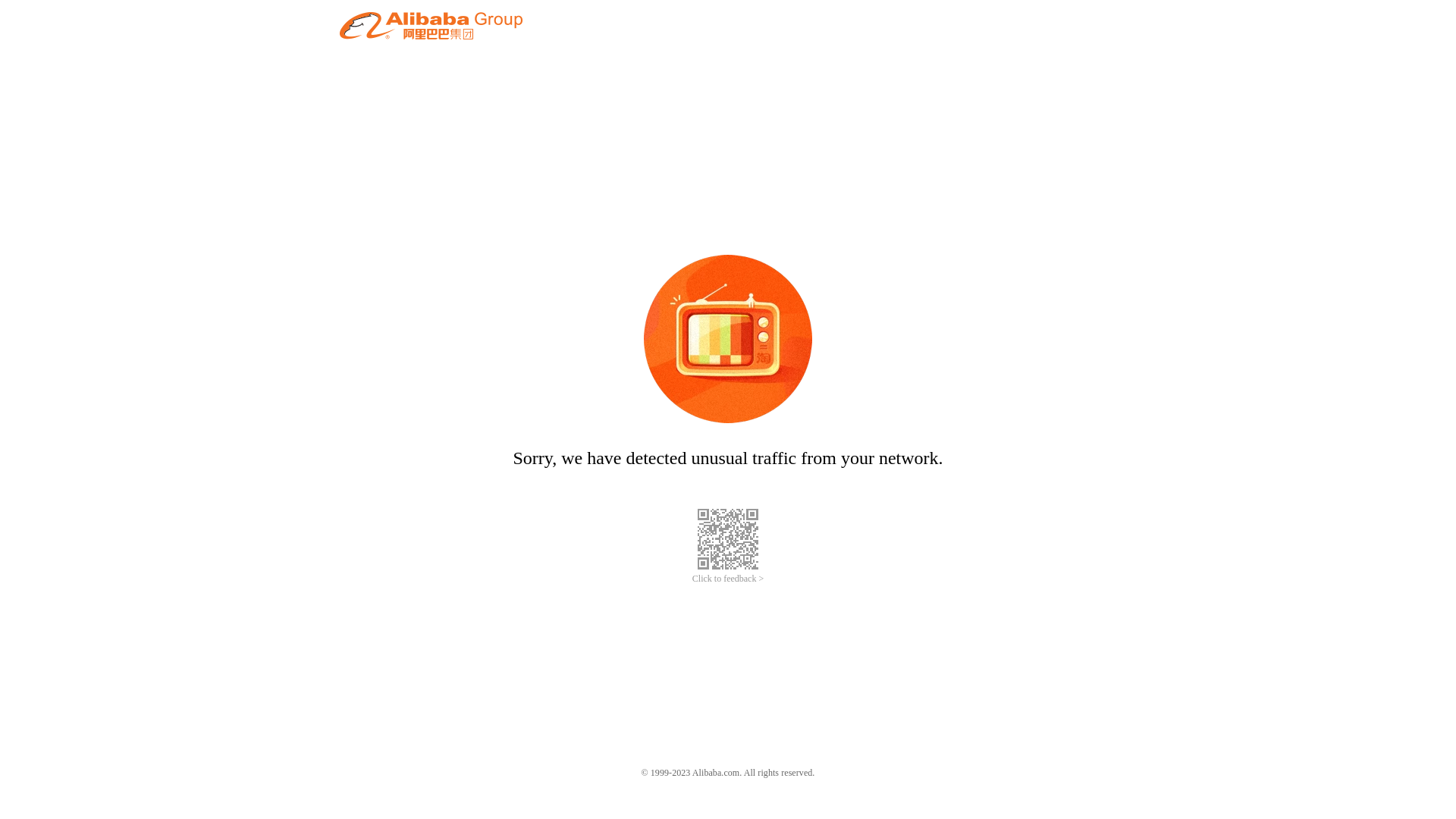 The image size is (1456, 819). Describe the element at coordinates (728, 579) in the screenshot. I see `'Click to feedback >'` at that location.